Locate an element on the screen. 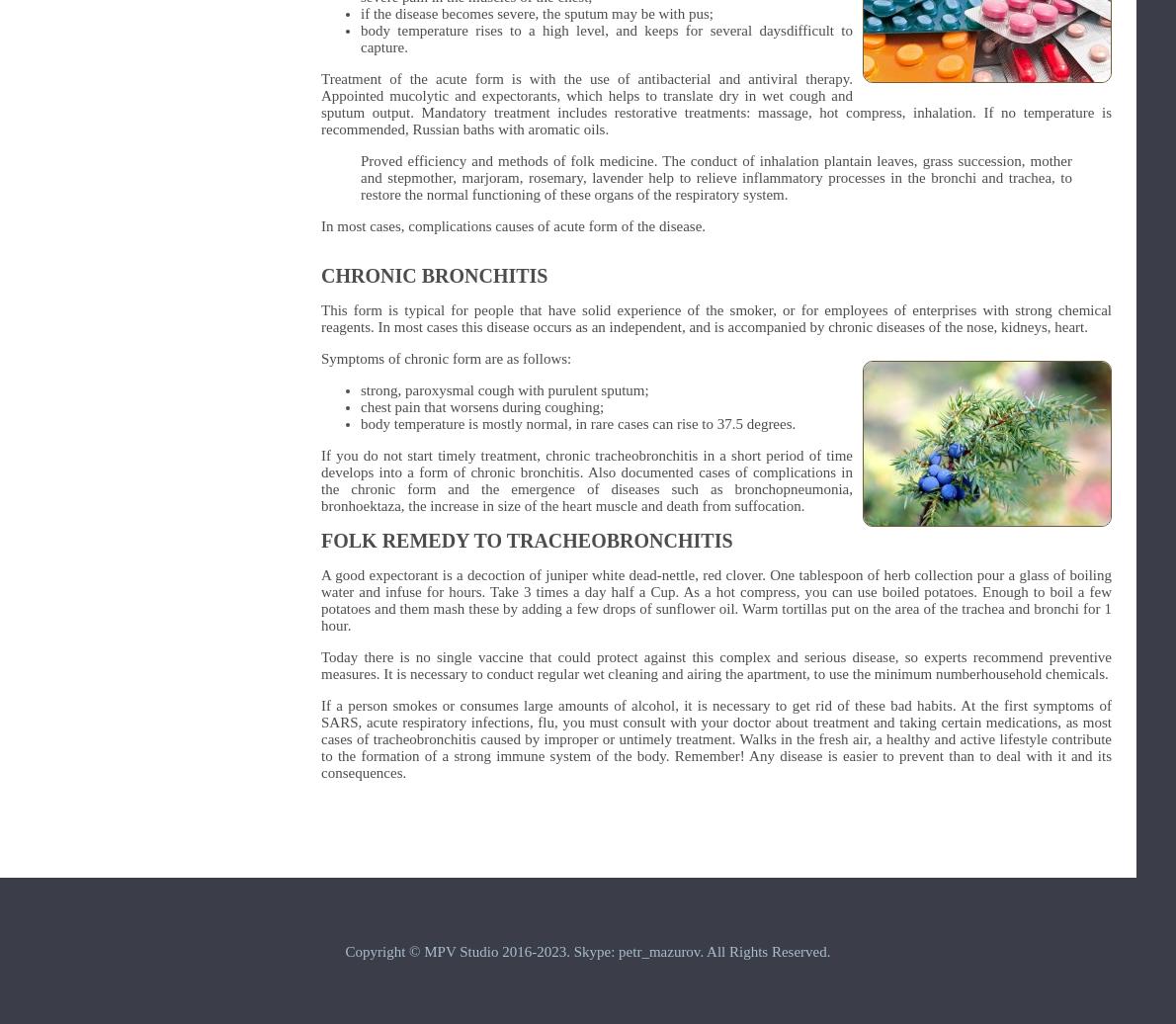  'This form is typical for people that have solid experience of the smoker, or for employees of enterprises with strong chemical reagents. In most cases this disease occurs as an independent, and is accompanied by chronic diseases of the nose, kidneys, heart.' is located at coordinates (715, 318).